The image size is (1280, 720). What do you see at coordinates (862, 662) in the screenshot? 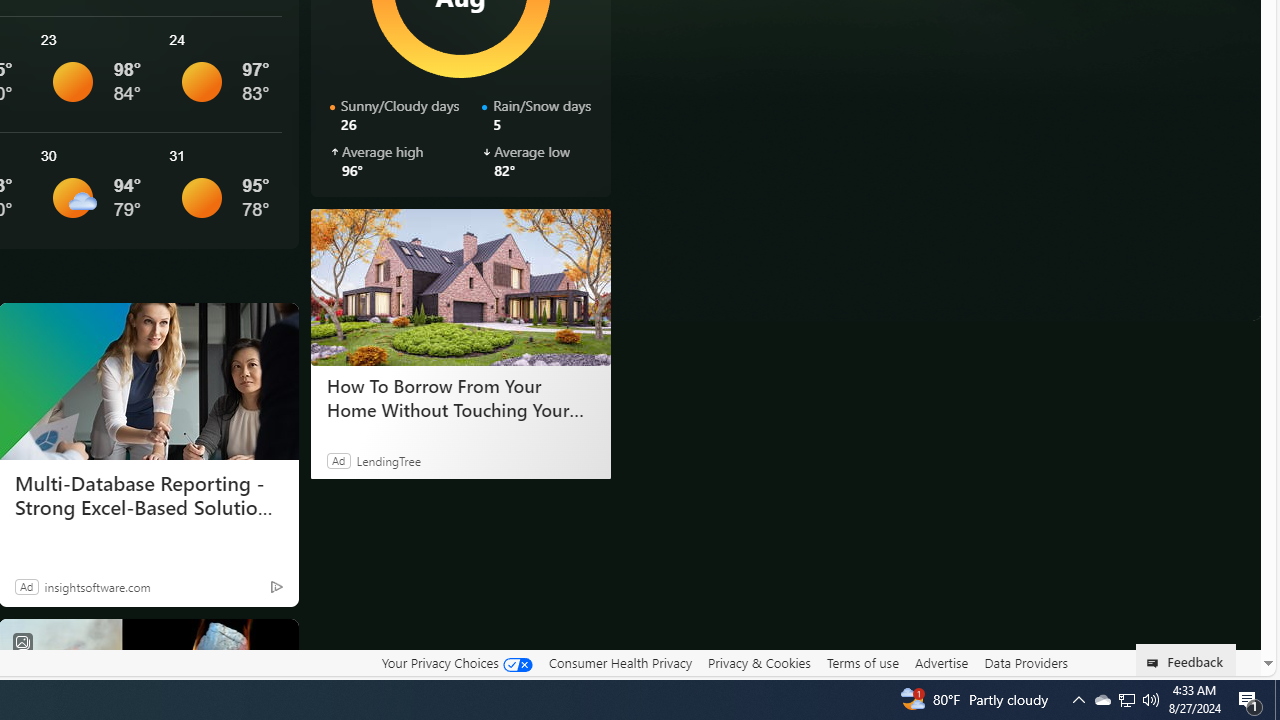
I see `'Terms of use'` at bounding box center [862, 662].